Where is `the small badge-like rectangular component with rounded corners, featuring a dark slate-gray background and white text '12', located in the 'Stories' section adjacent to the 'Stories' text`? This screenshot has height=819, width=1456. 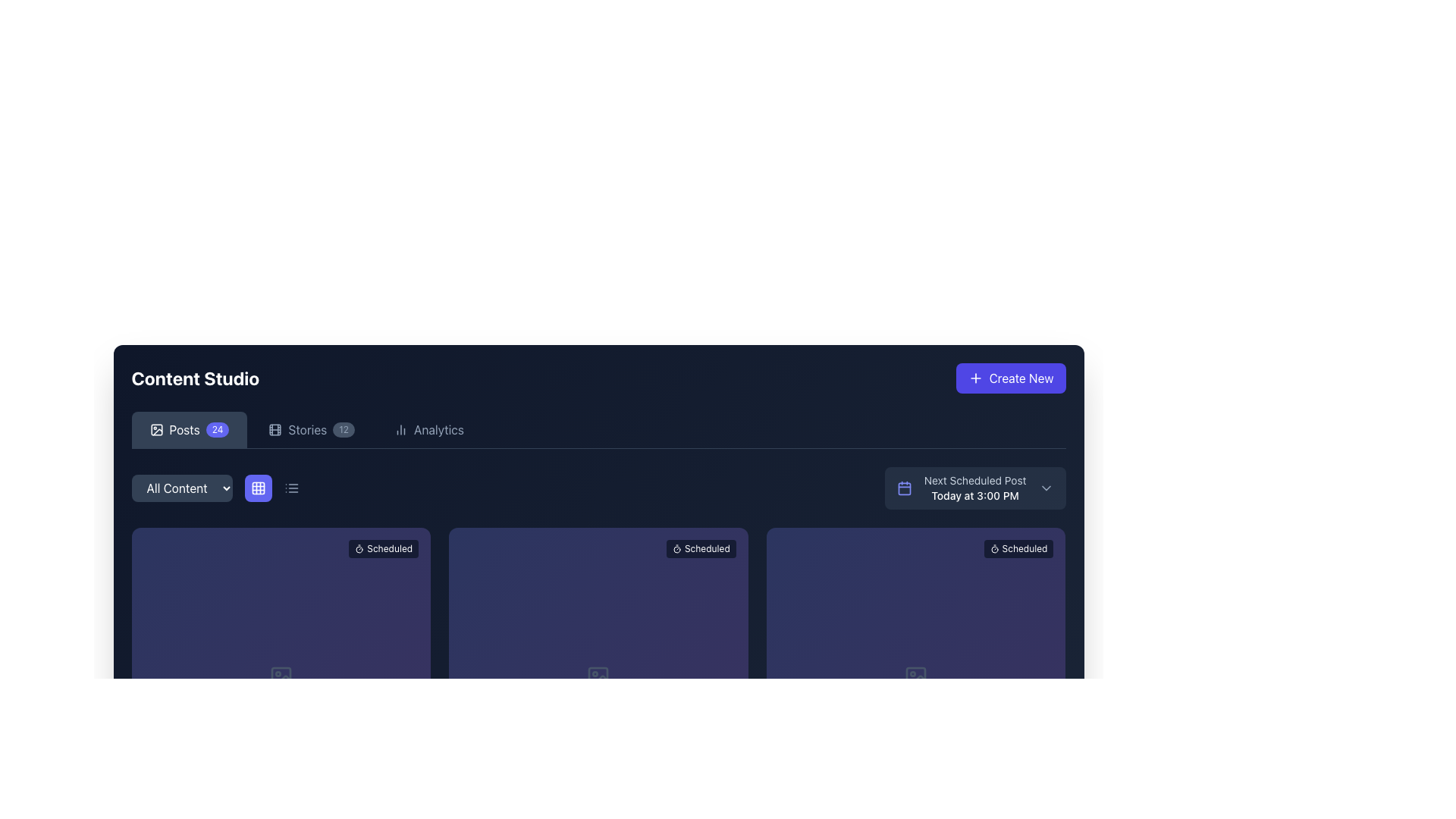 the small badge-like rectangular component with rounded corners, featuring a dark slate-gray background and white text '12', located in the 'Stories' section adjacent to the 'Stories' text is located at coordinates (343, 430).